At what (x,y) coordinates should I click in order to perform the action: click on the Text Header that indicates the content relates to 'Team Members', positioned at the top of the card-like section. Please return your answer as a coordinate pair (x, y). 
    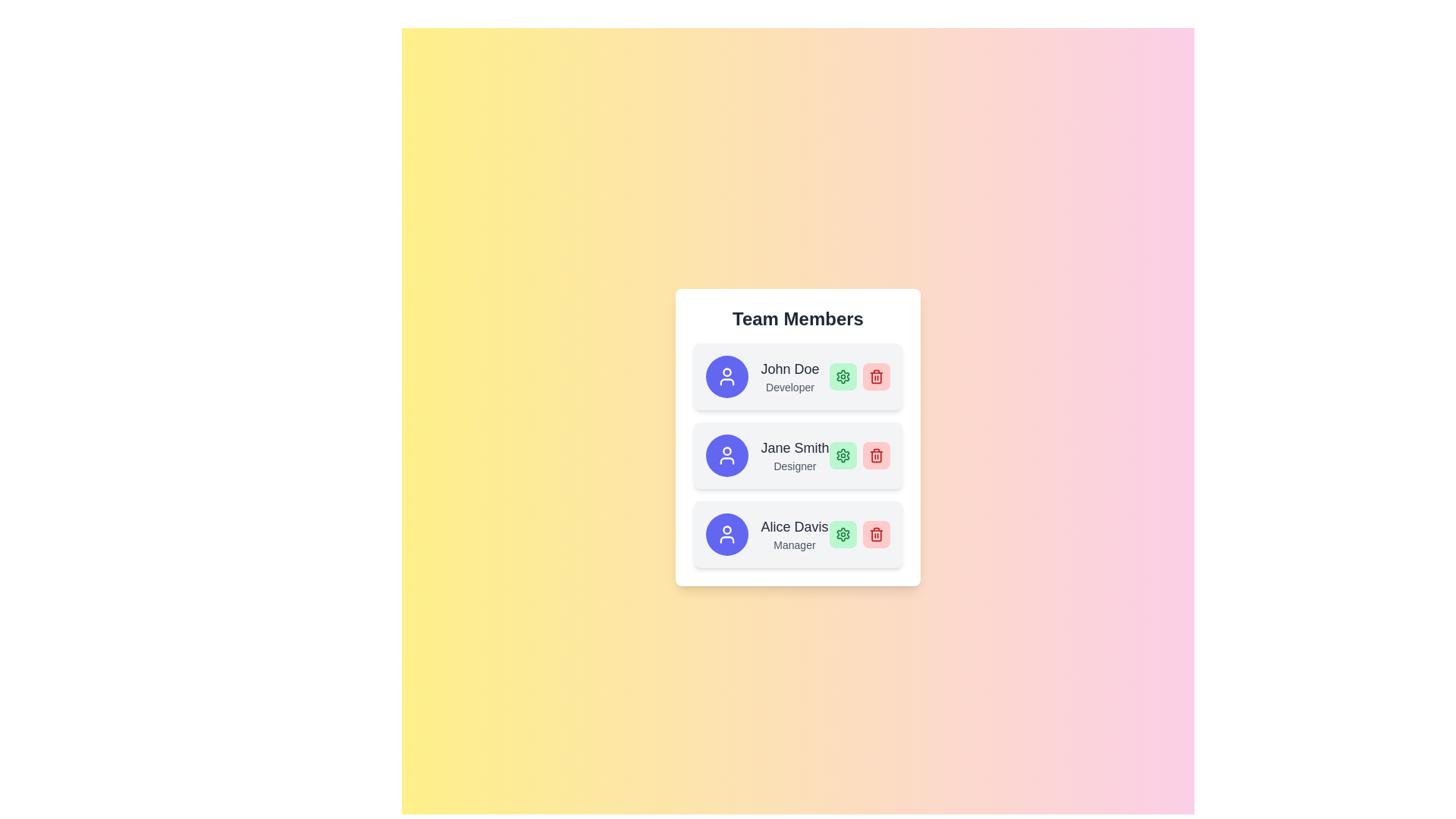
    Looking at the image, I should click on (797, 318).